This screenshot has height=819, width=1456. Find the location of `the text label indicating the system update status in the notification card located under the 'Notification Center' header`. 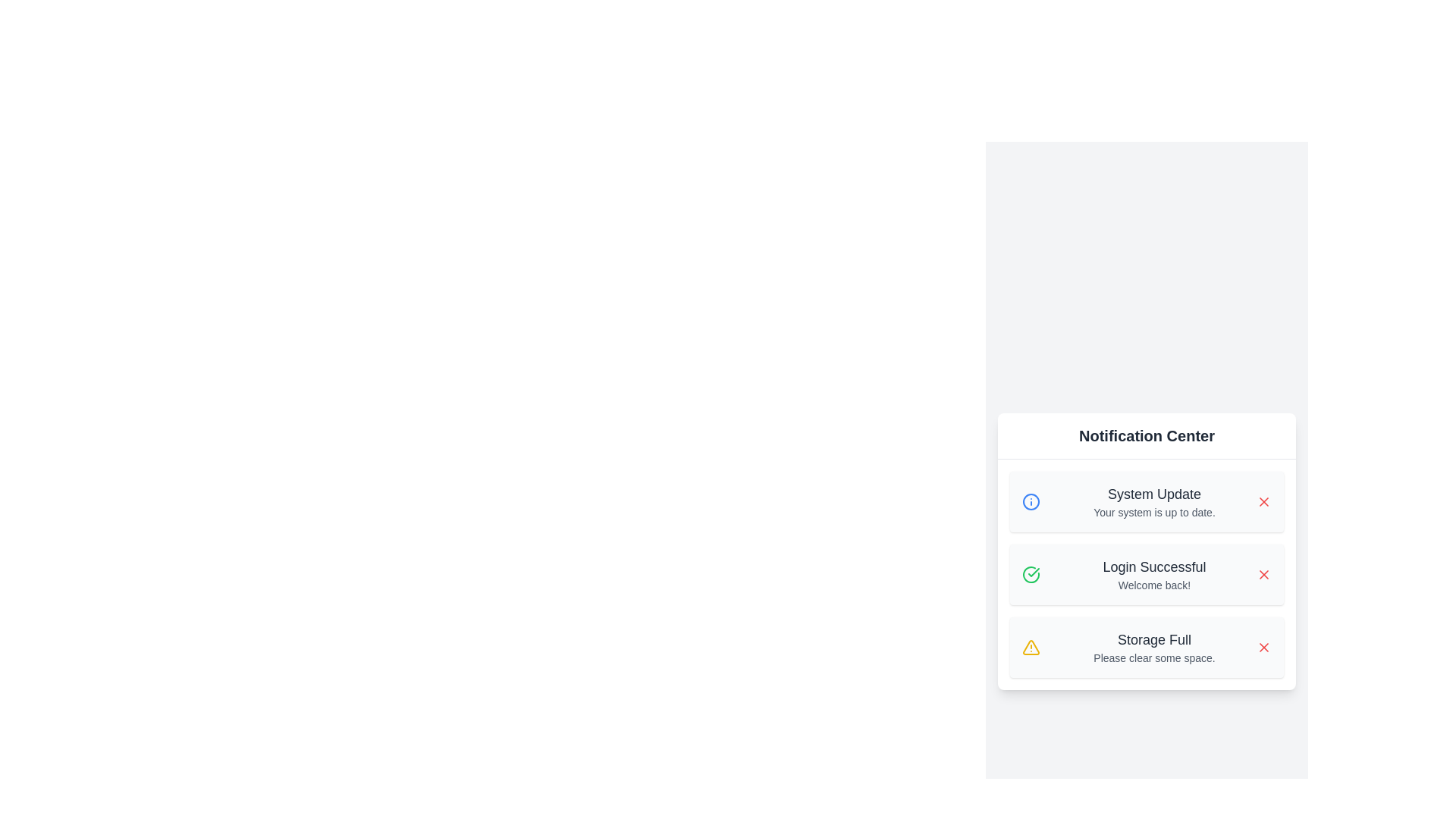

the text label indicating the system update status in the notification card located under the 'Notification Center' header is located at coordinates (1153, 494).